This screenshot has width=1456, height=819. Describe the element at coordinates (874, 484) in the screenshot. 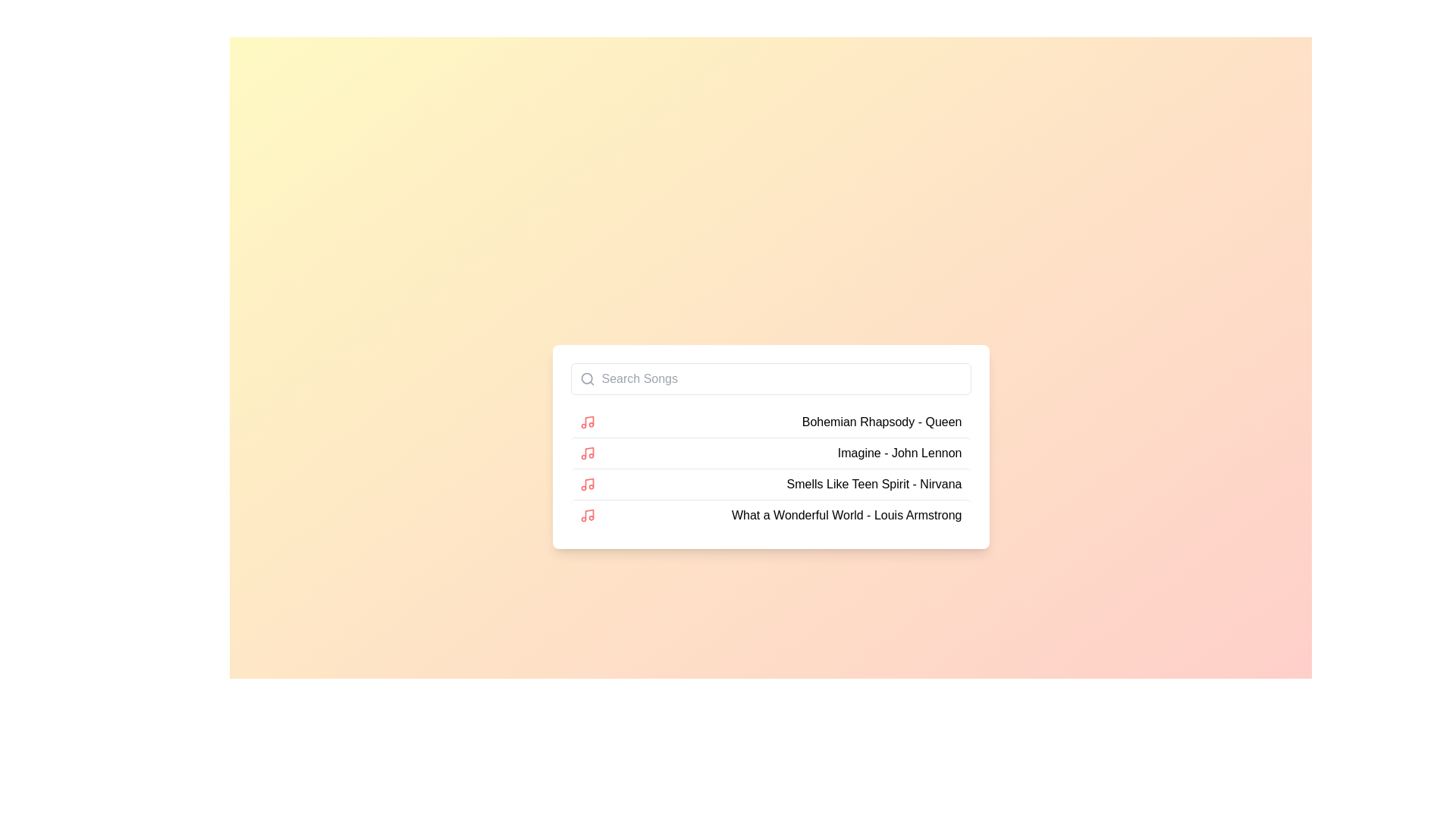

I see `to select the song 'Smells Like Teen Spirit' by Nirvana from the list of songs, which is the third item in the vertical list` at that location.